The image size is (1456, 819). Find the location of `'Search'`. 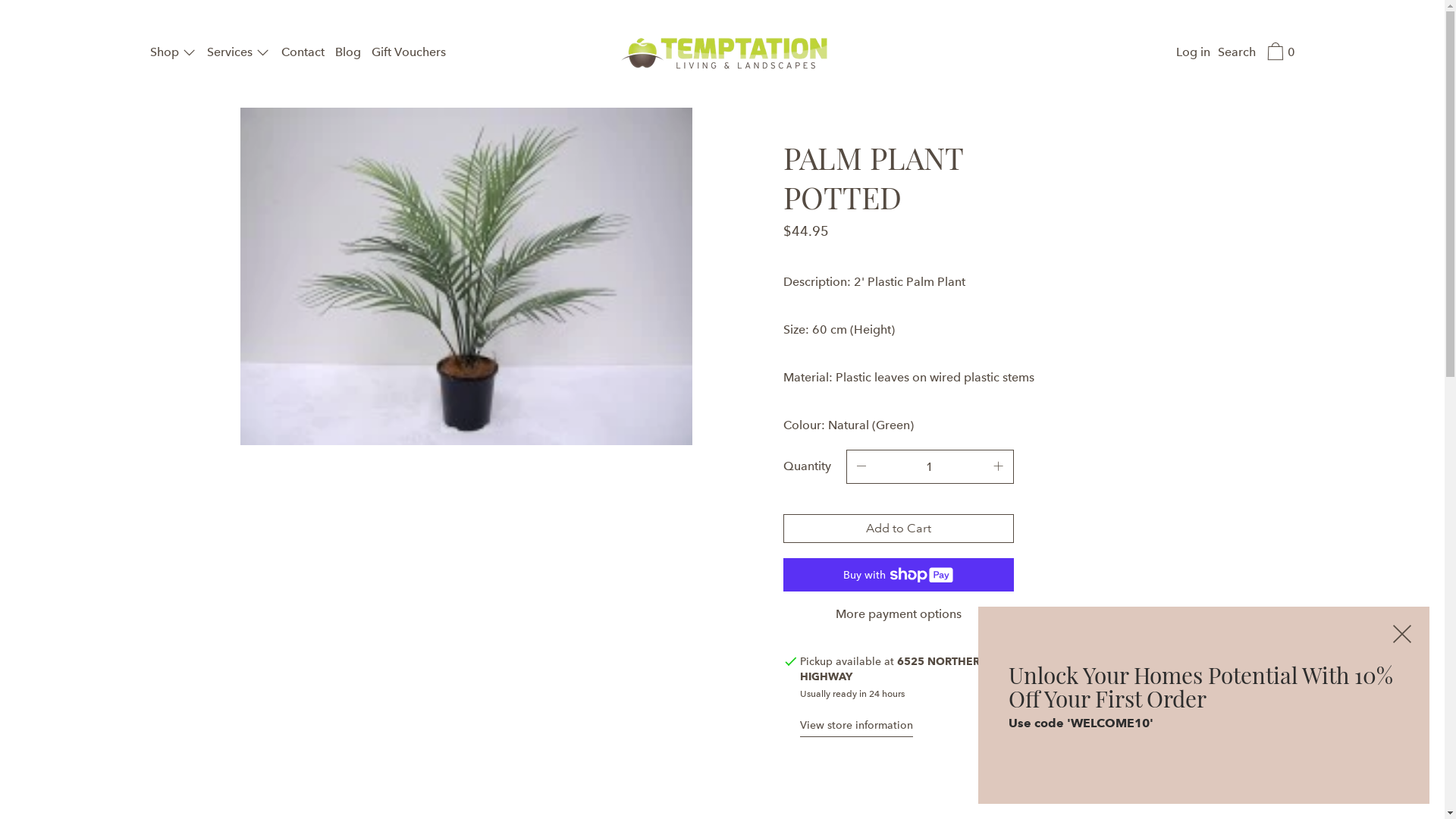

'Search' is located at coordinates (1237, 52).